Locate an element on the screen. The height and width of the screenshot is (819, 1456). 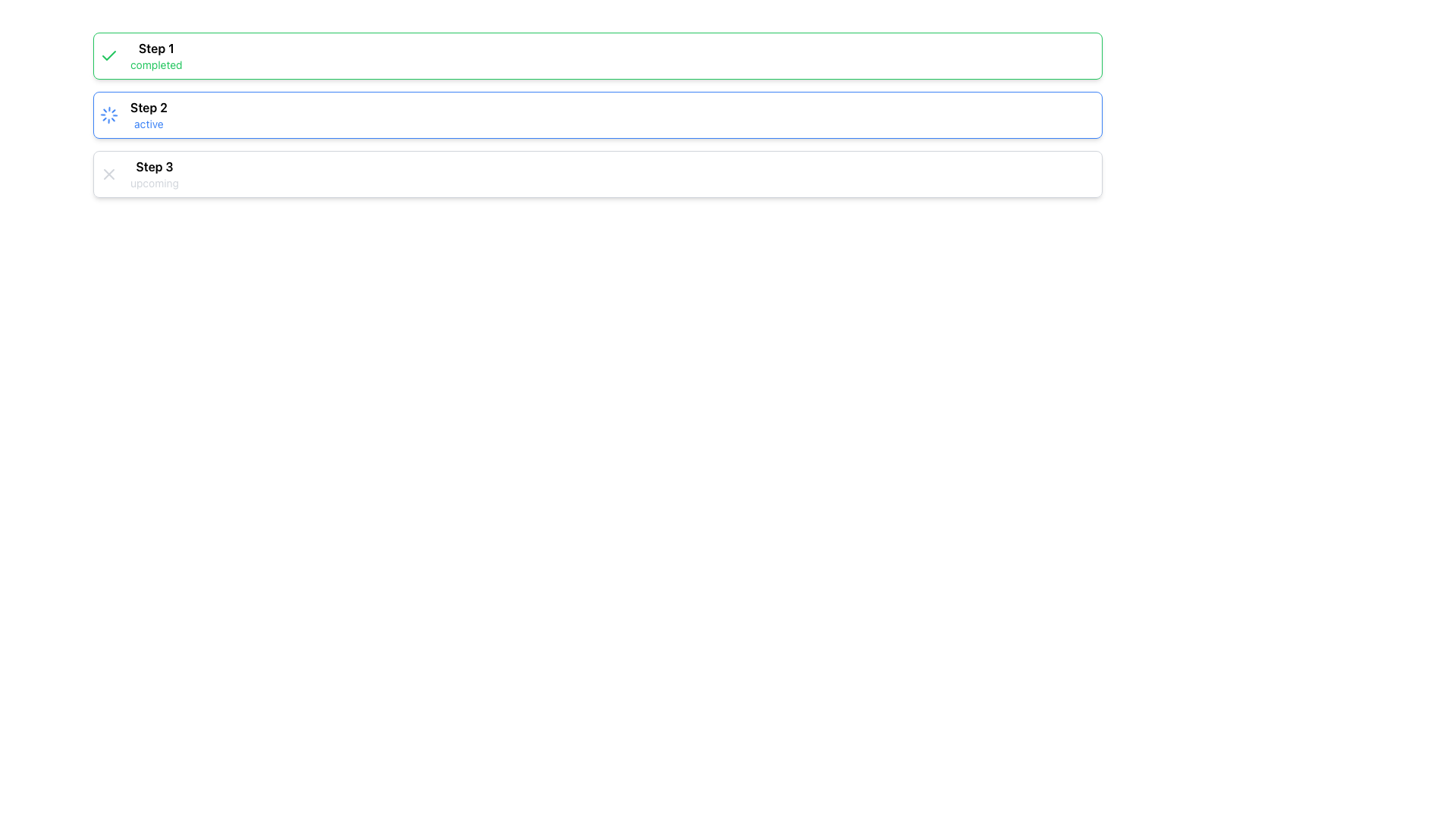
the text label indicating the title of 'Step 1 completed', which signifies that this step exists and has been completed is located at coordinates (156, 48).